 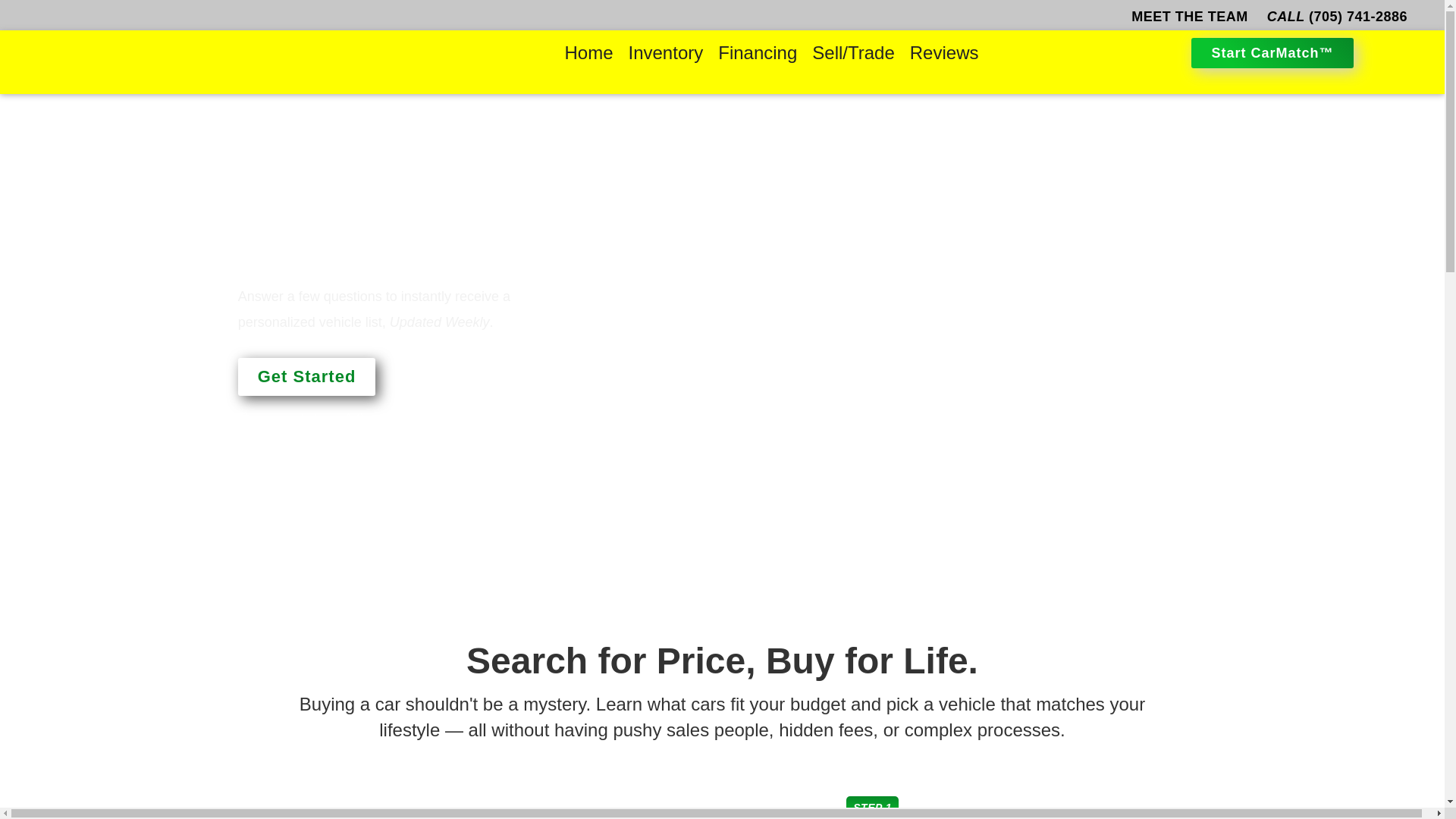 I want to click on 'Sell/Trade', so click(x=803, y=52).